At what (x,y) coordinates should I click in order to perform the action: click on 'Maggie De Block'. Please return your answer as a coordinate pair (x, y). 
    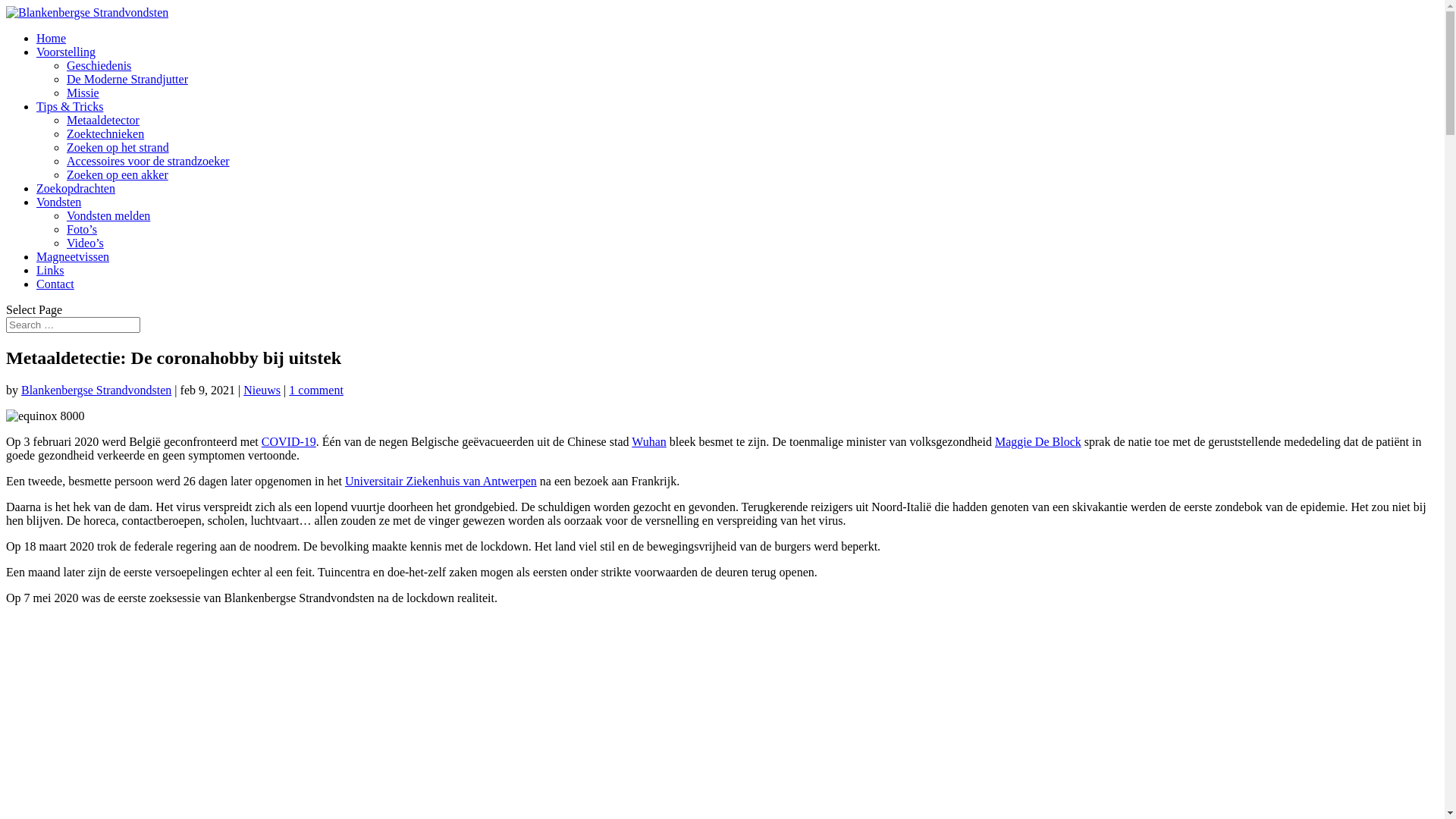
    Looking at the image, I should click on (1037, 441).